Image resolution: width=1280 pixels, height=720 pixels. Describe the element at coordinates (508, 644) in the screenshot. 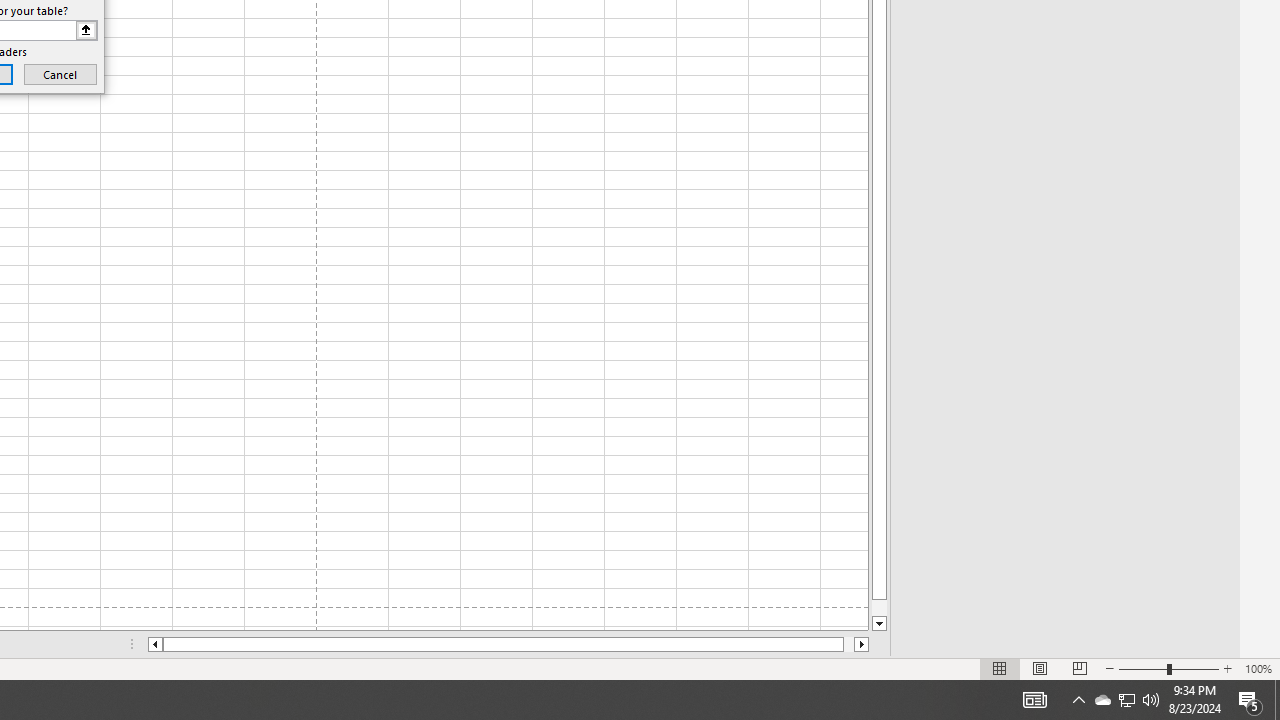

I see `'Class: NetUIScrollBar'` at that location.